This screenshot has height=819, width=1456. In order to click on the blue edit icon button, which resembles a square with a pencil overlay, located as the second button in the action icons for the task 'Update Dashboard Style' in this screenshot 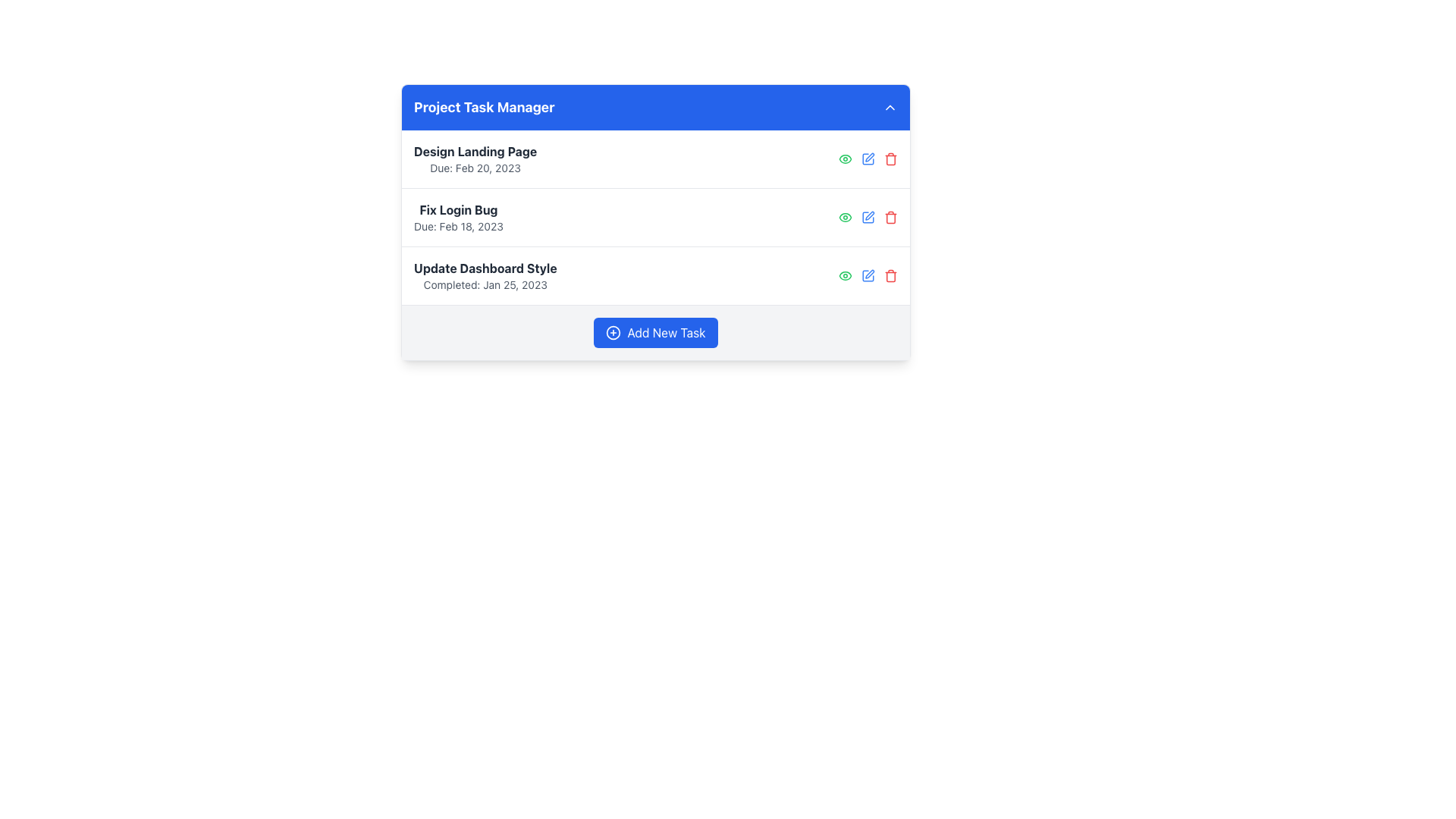, I will do `click(868, 275)`.